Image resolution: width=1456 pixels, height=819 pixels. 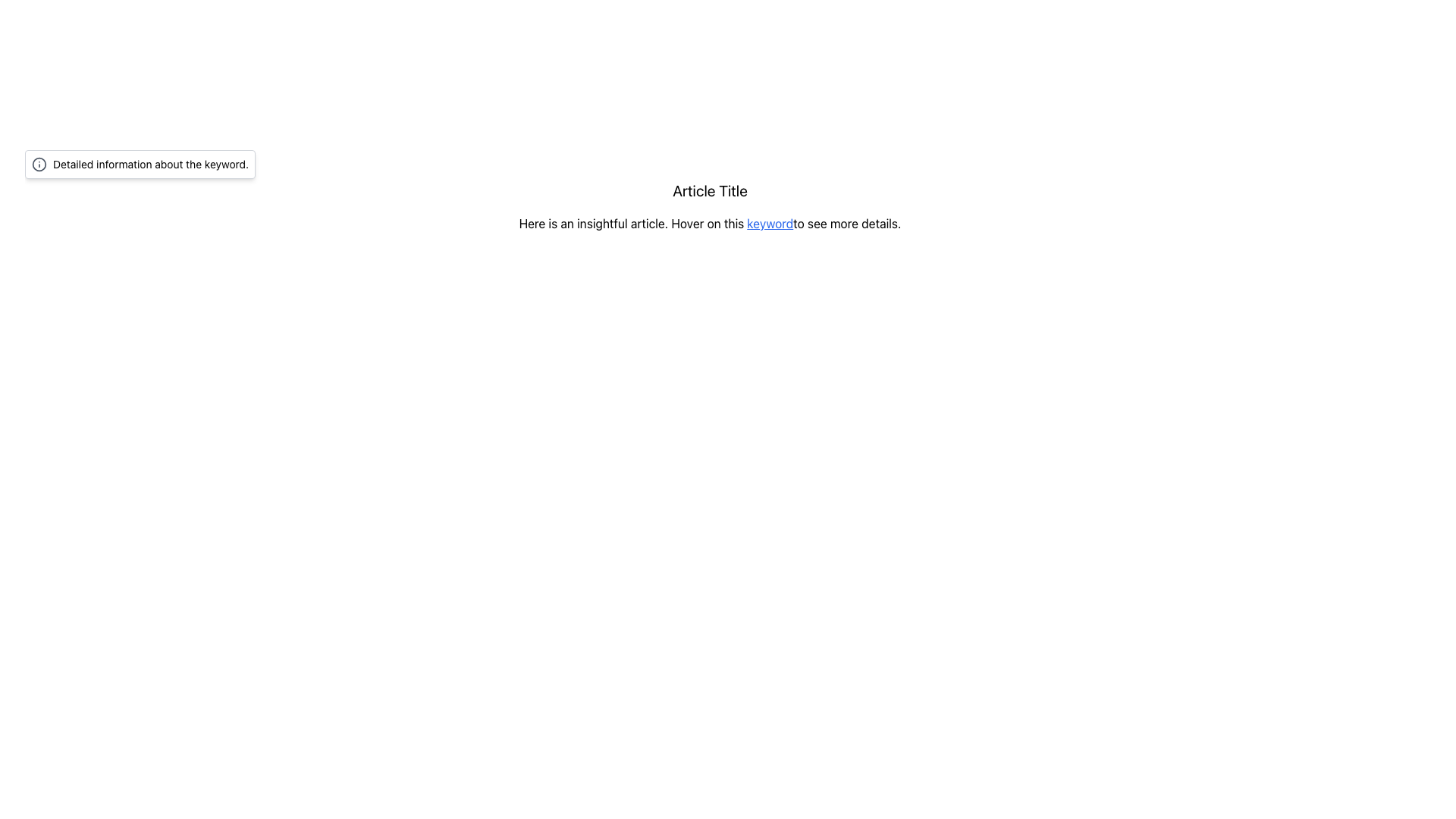 I want to click on the supplementary explanatory text element located near an informational icon, so click(x=151, y=164).